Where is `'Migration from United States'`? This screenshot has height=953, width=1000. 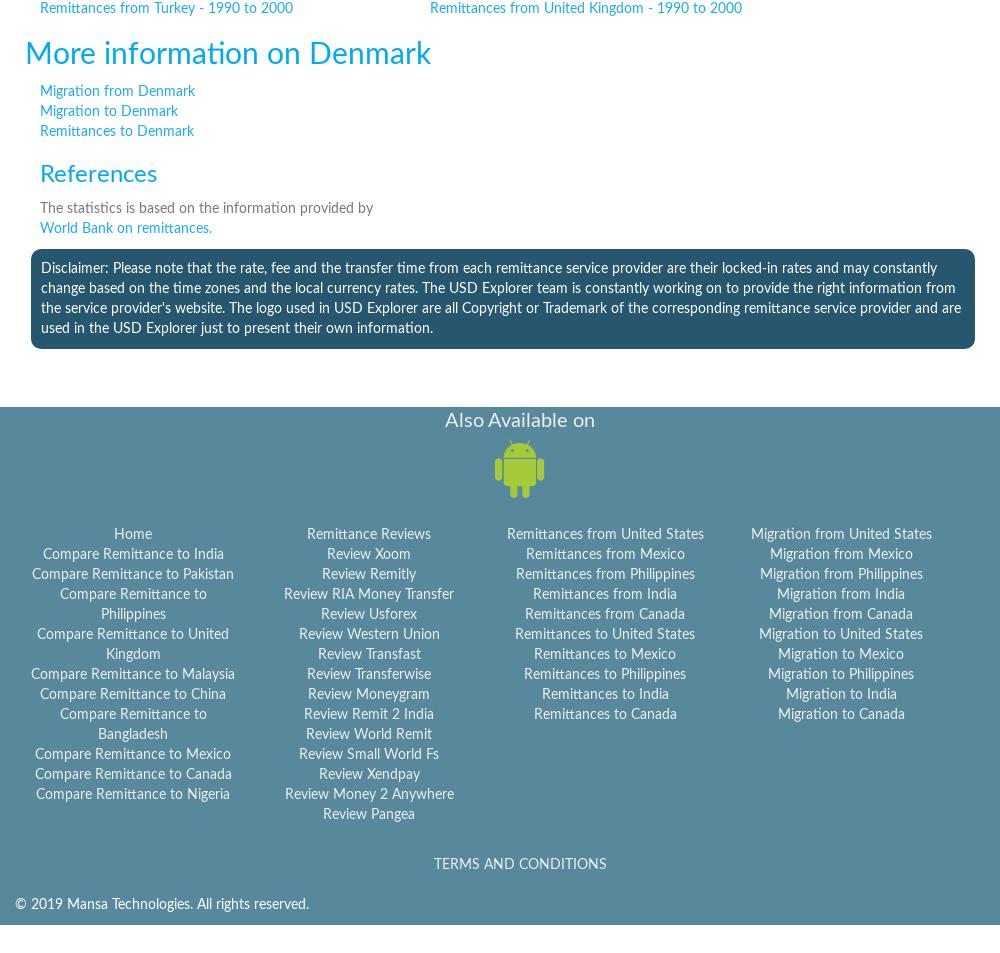 'Migration from United States' is located at coordinates (839, 535).